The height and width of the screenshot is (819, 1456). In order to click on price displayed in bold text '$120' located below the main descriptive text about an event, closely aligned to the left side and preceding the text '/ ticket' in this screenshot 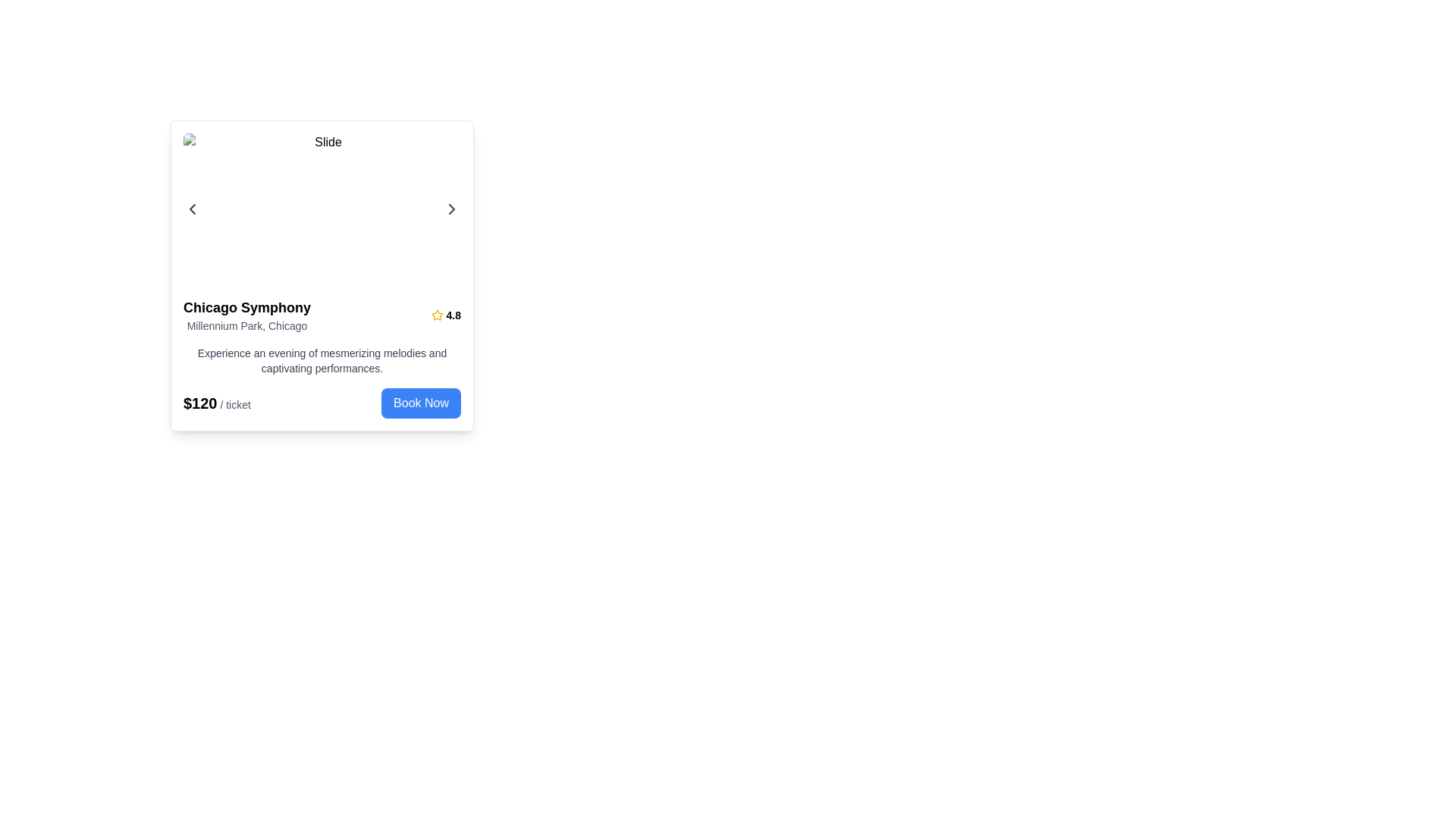, I will do `click(199, 403)`.